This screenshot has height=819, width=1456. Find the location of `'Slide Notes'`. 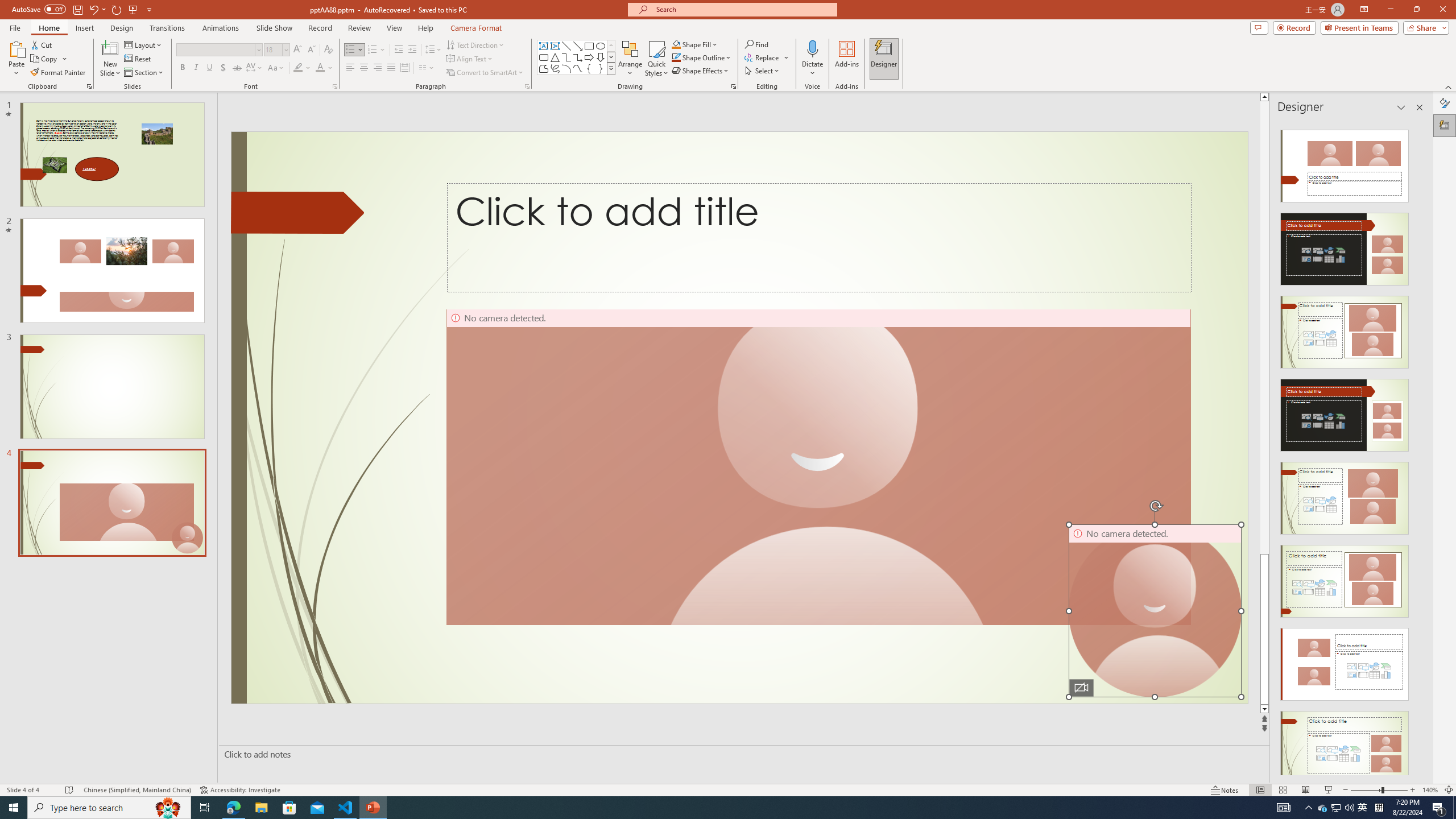

'Slide Notes' is located at coordinates (742, 754).